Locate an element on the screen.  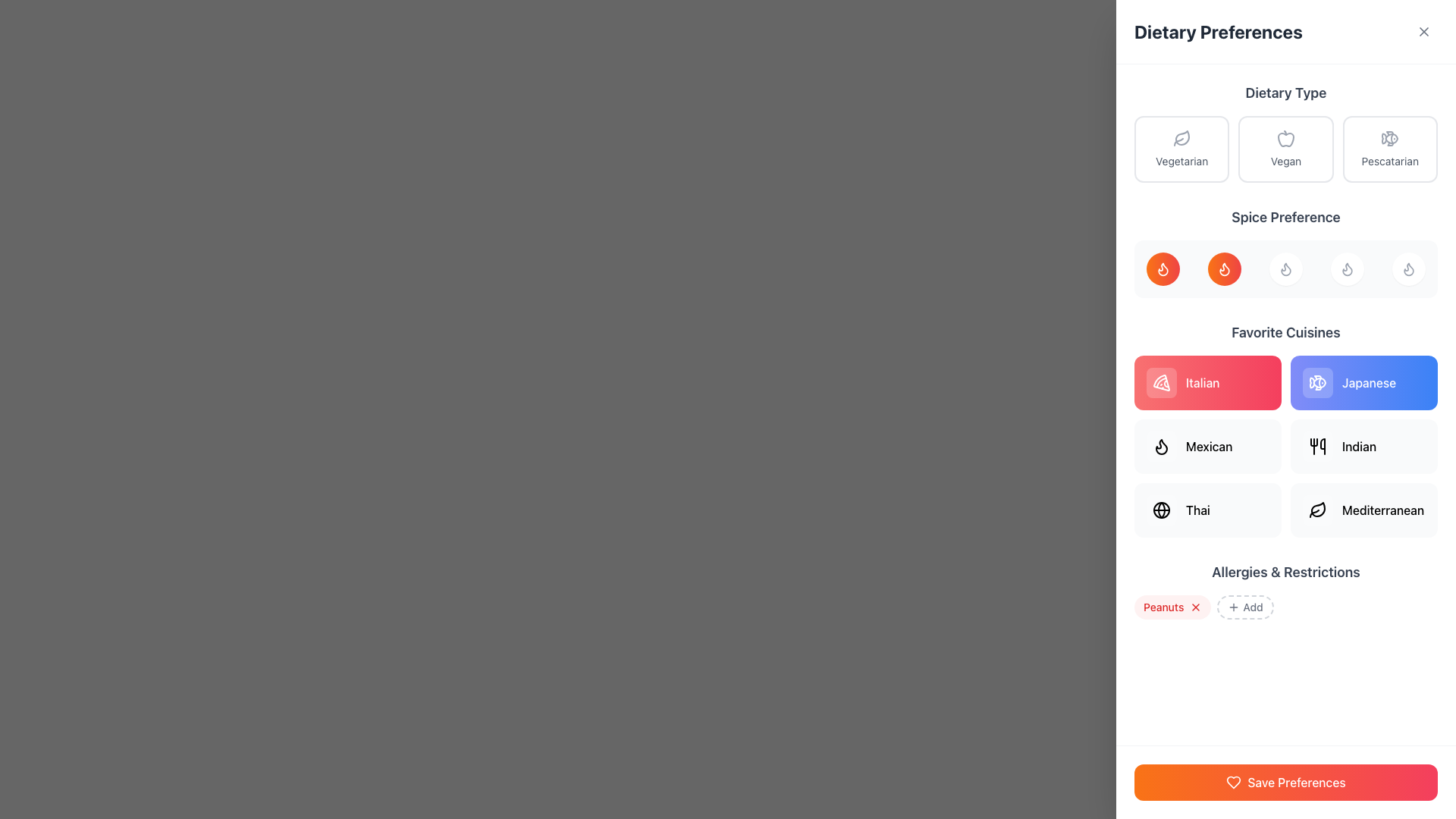
the medium spice level button, which is the third button in the horizontal row under the 'Spice Preference' section is located at coordinates (1285, 268).